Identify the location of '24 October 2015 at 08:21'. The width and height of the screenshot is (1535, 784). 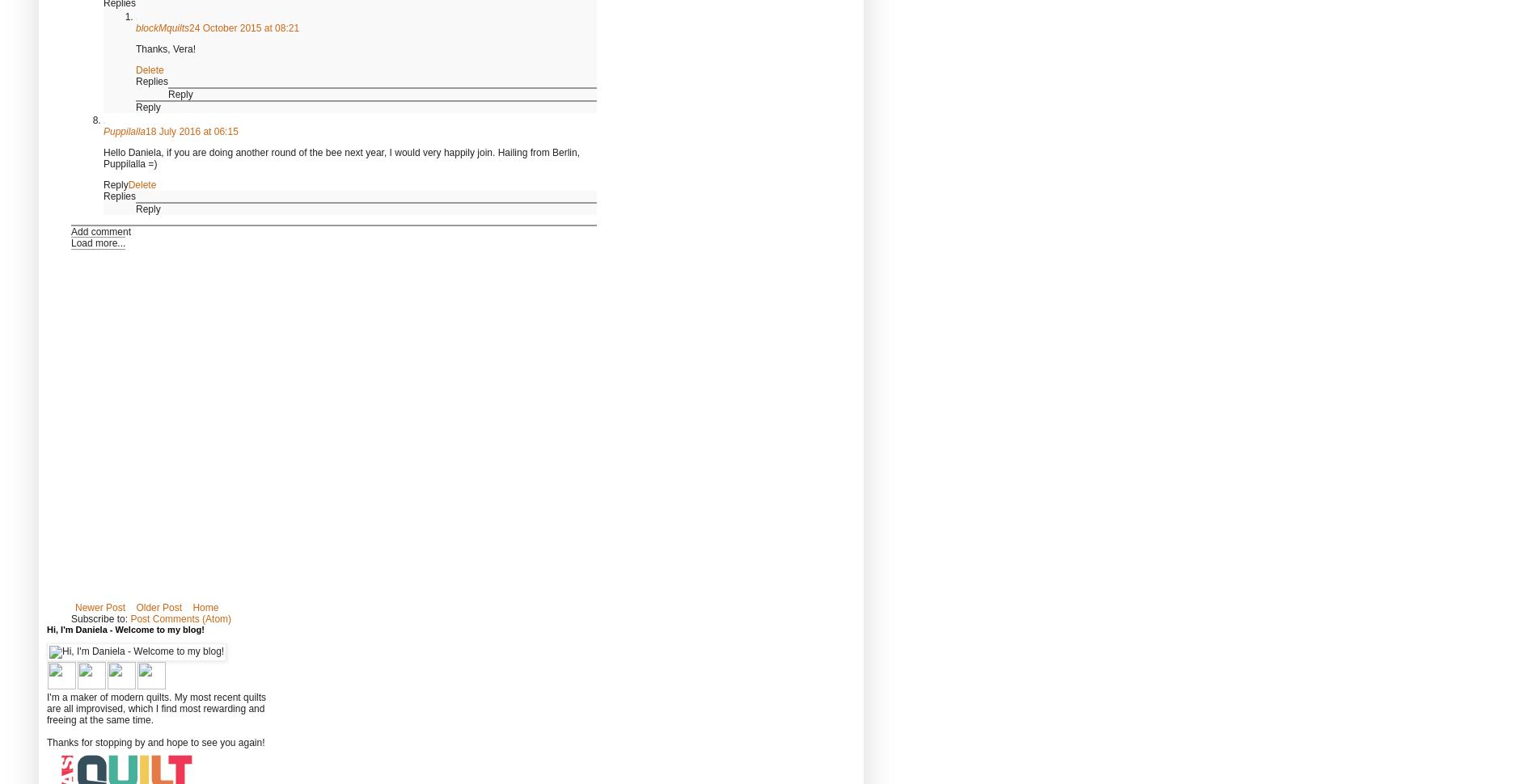
(243, 27).